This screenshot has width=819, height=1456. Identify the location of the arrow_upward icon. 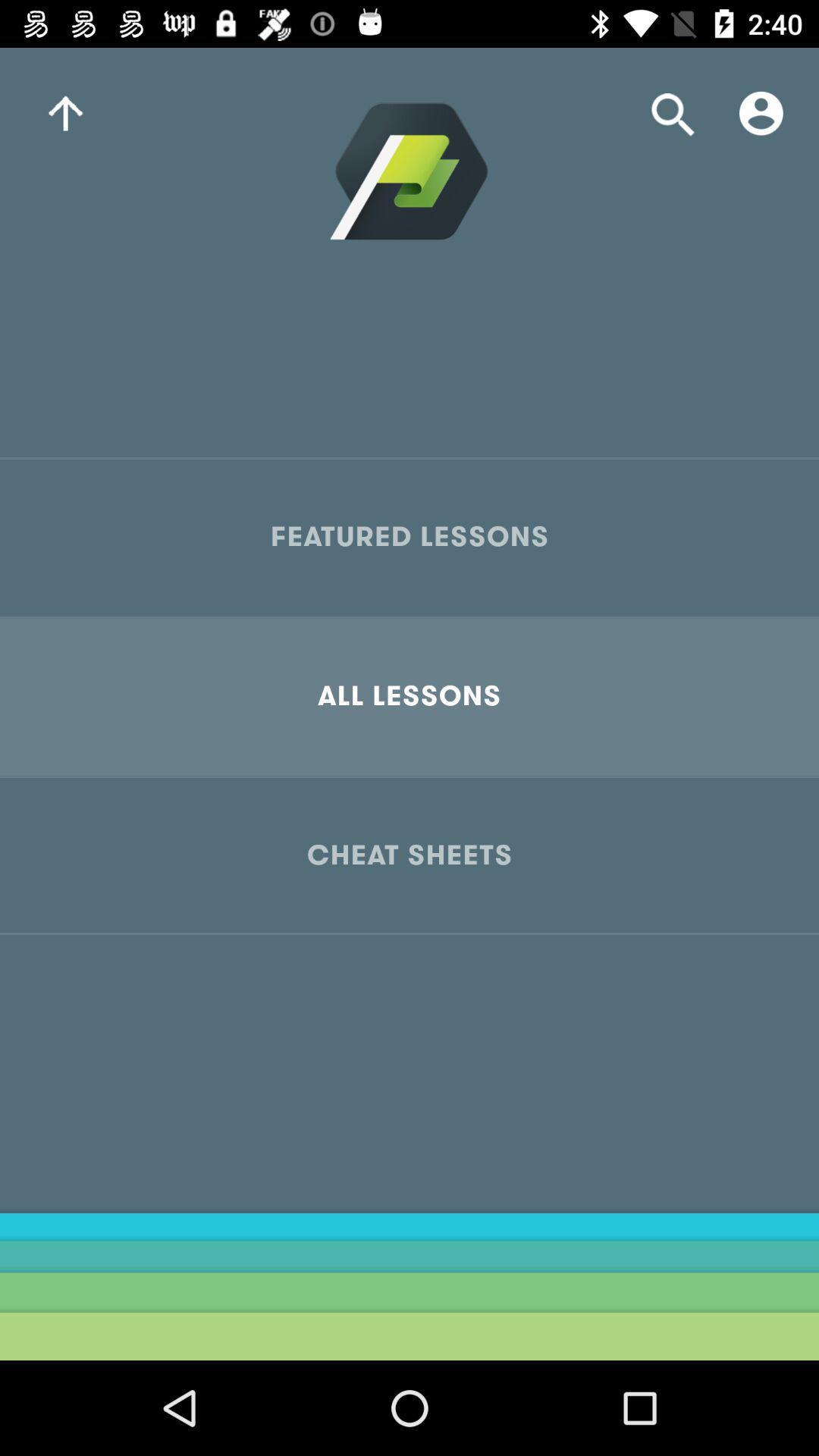
(64, 112).